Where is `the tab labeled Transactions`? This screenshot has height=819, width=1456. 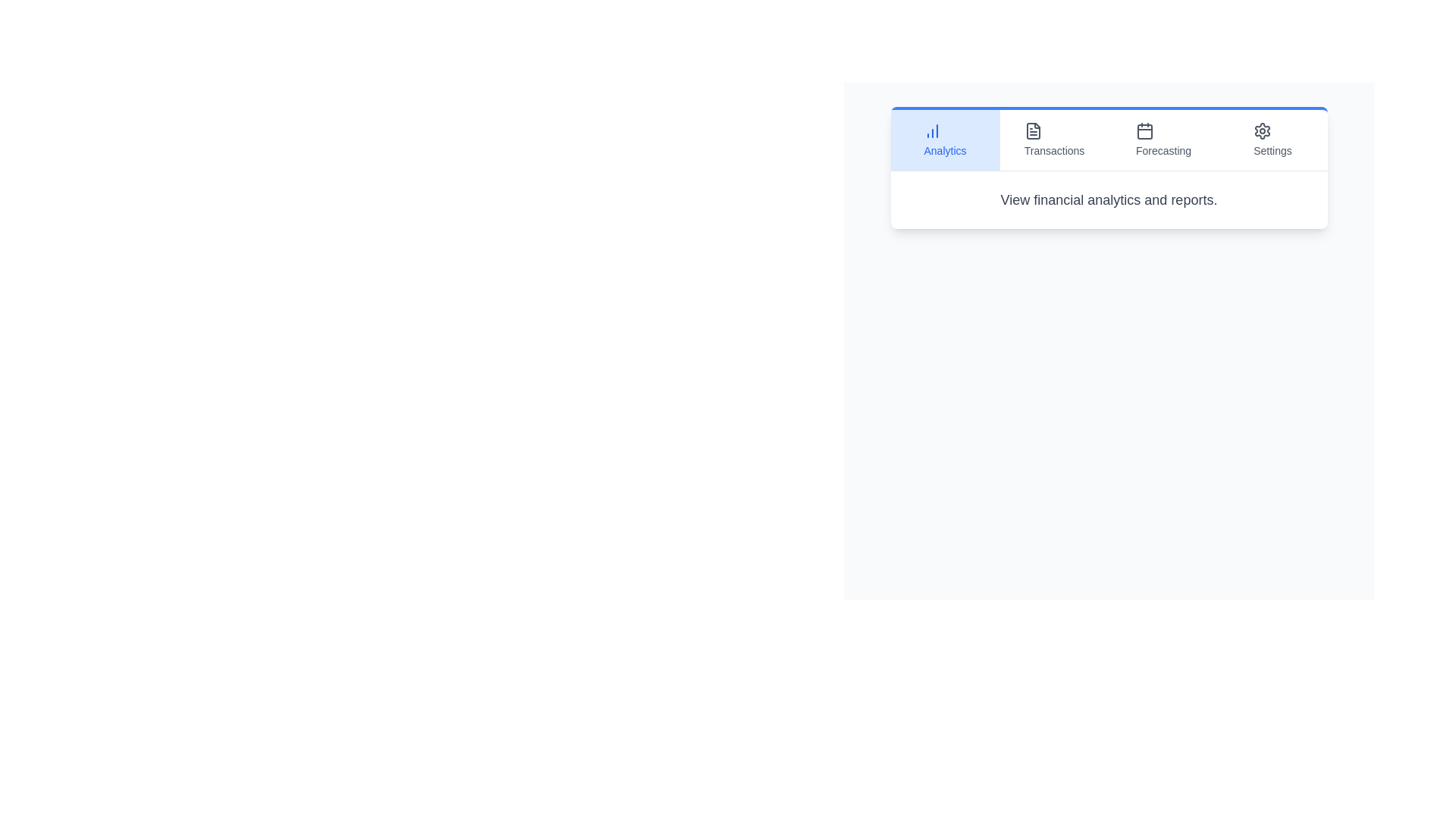
the tab labeled Transactions is located at coordinates (1053, 140).